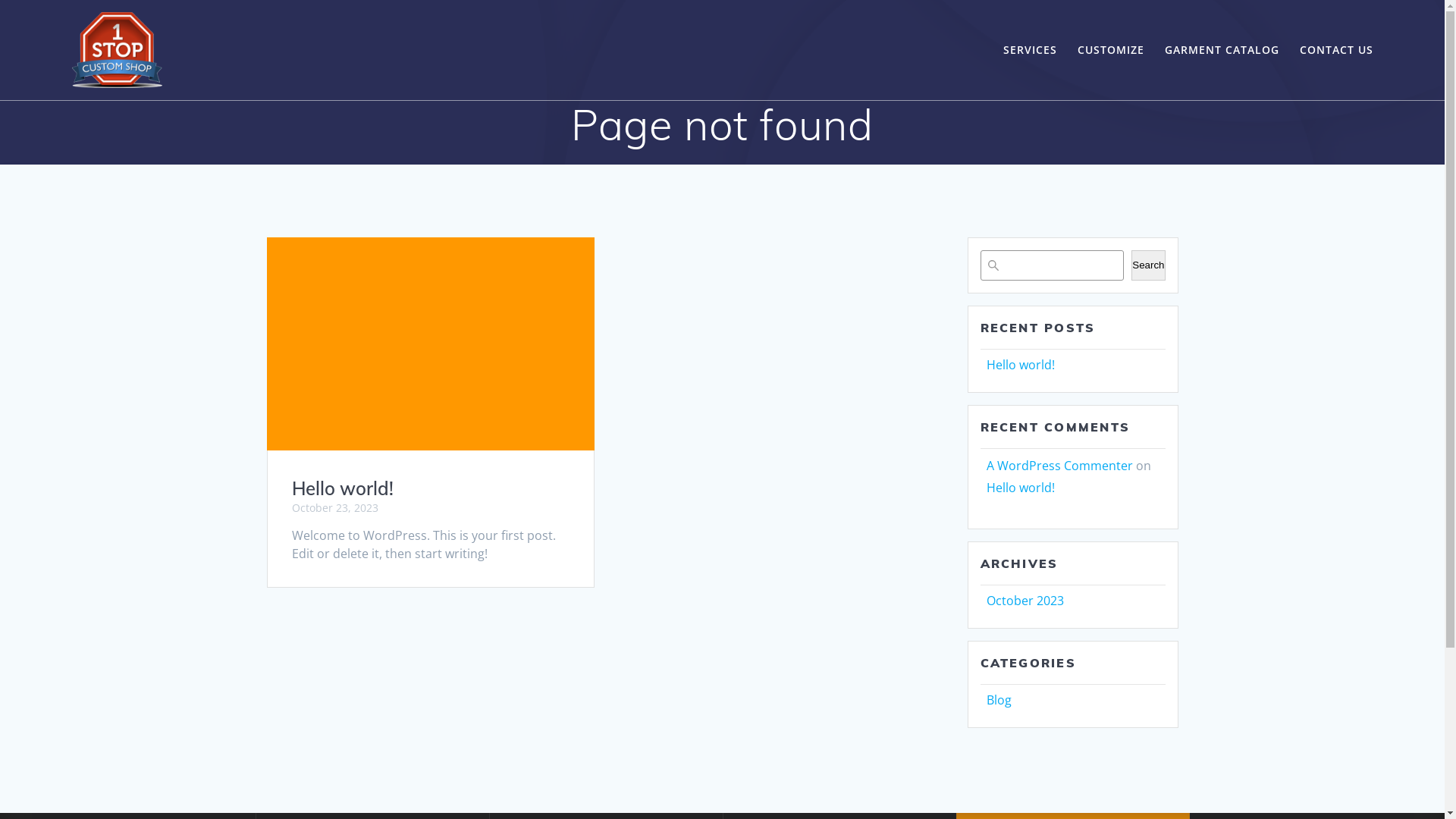 This screenshot has width=1456, height=819. Describe the element at coordinates (1024, 599) in the screenshot. I see `'October 2023'` at that location.